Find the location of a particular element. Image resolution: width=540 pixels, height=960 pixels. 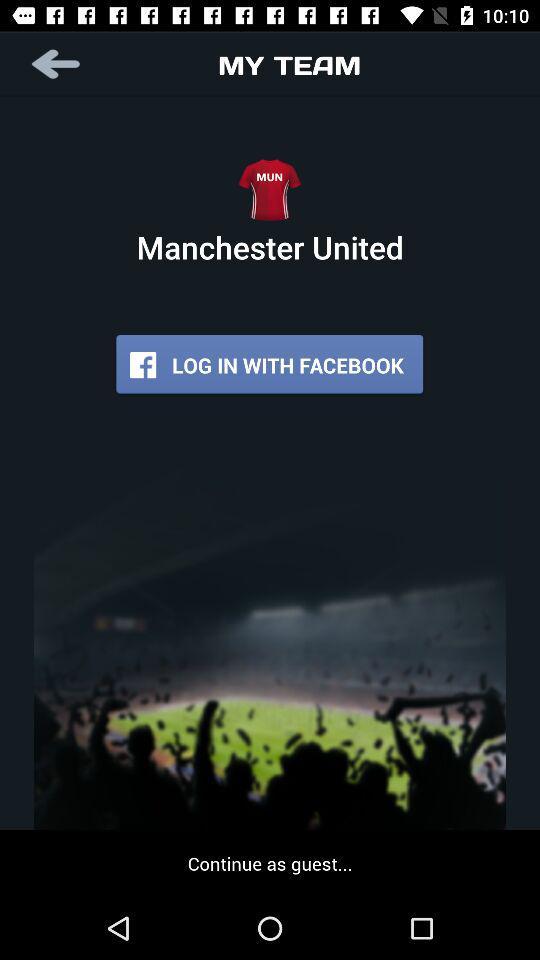

log in with icon is located at coordinates (269, 364).